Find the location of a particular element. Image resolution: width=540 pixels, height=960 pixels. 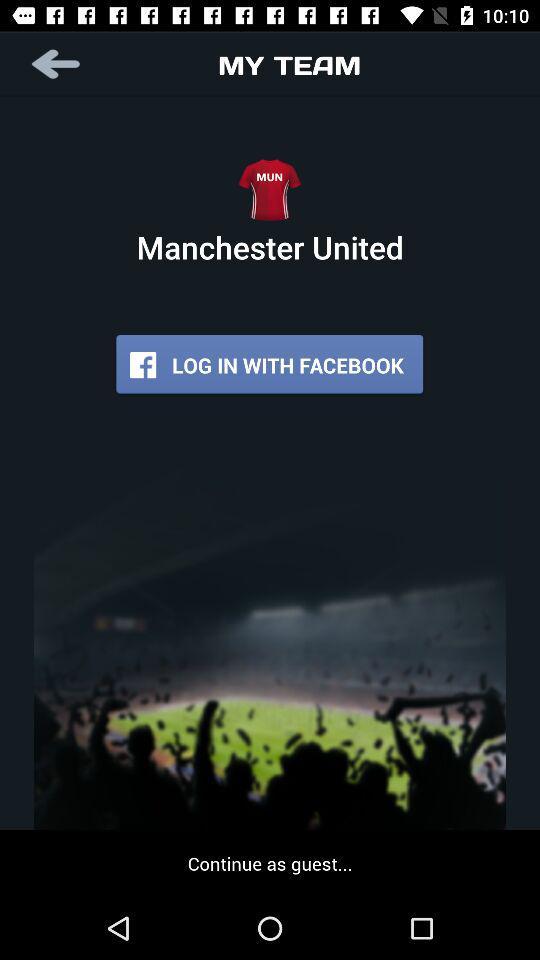

log in with icon is located at coordinates (269, 364).